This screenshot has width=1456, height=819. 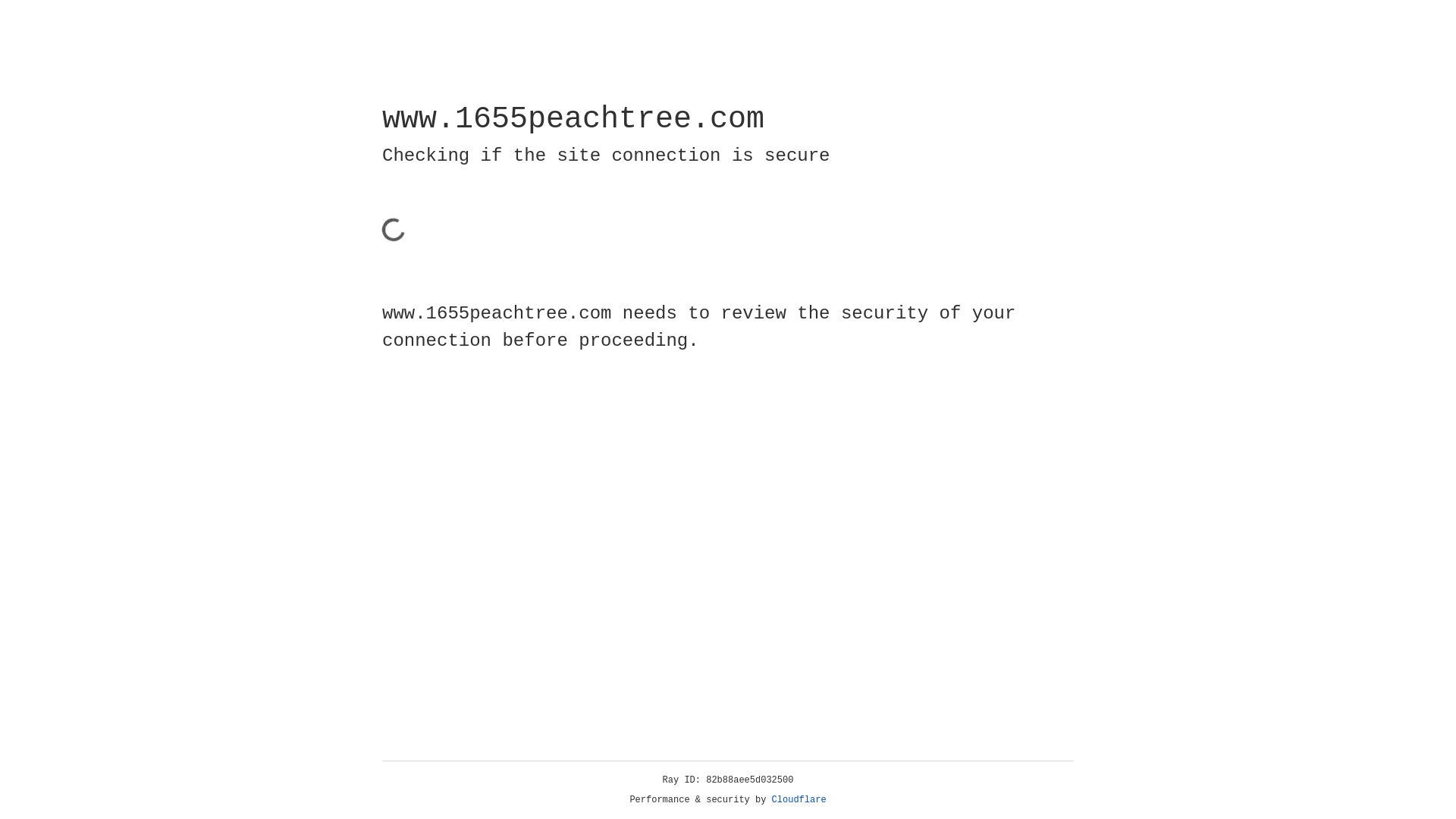 What do you see at coordinates (799, 799) in the screenshot?
I see `'Cloudflare'` at bounding box center [799, 799].